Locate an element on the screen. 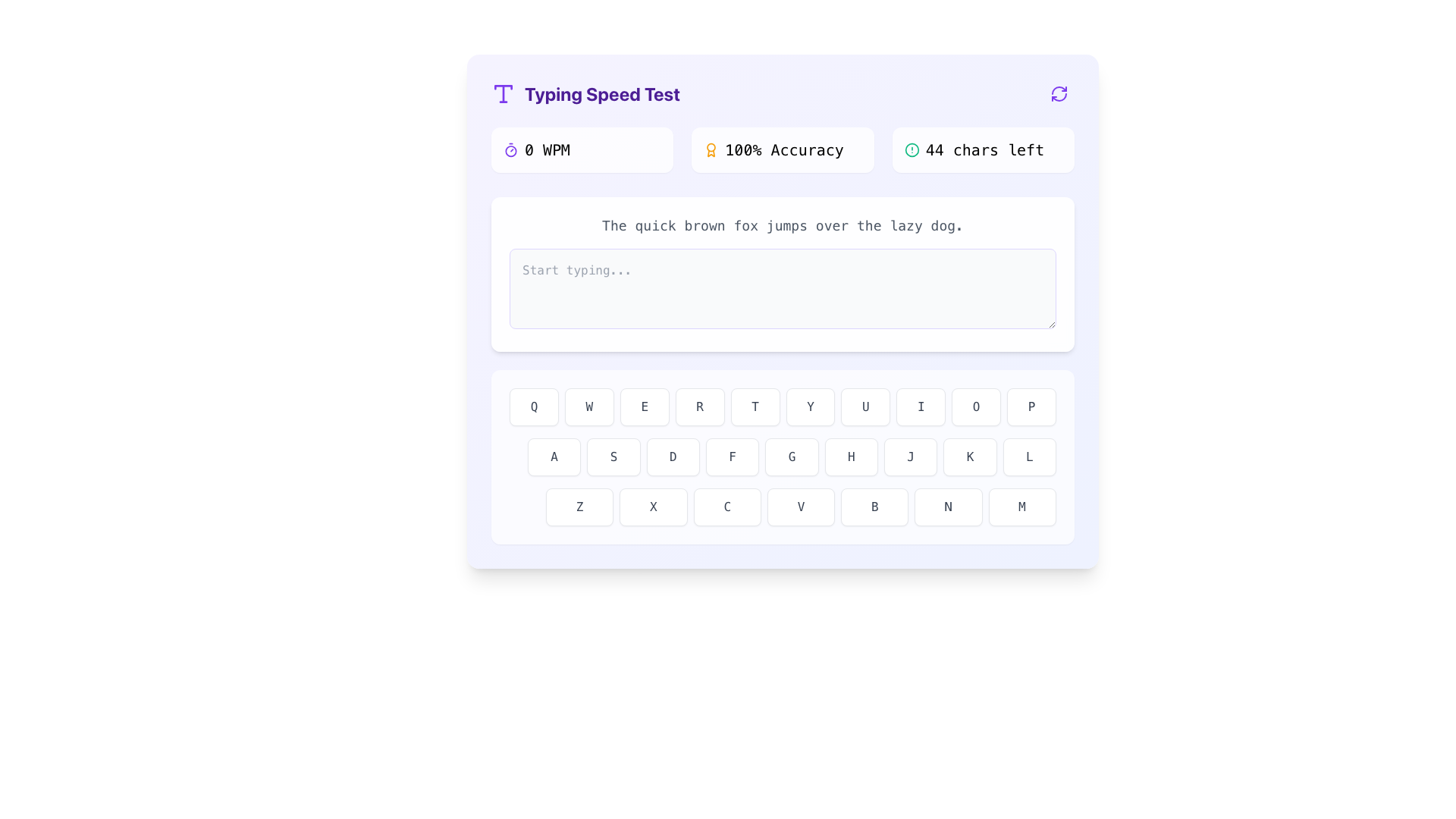 The width and height of the screenshot is (1456, 819). the 'V' key button on the virtual keyboard to highlight it is located at coordinates (800, 507).